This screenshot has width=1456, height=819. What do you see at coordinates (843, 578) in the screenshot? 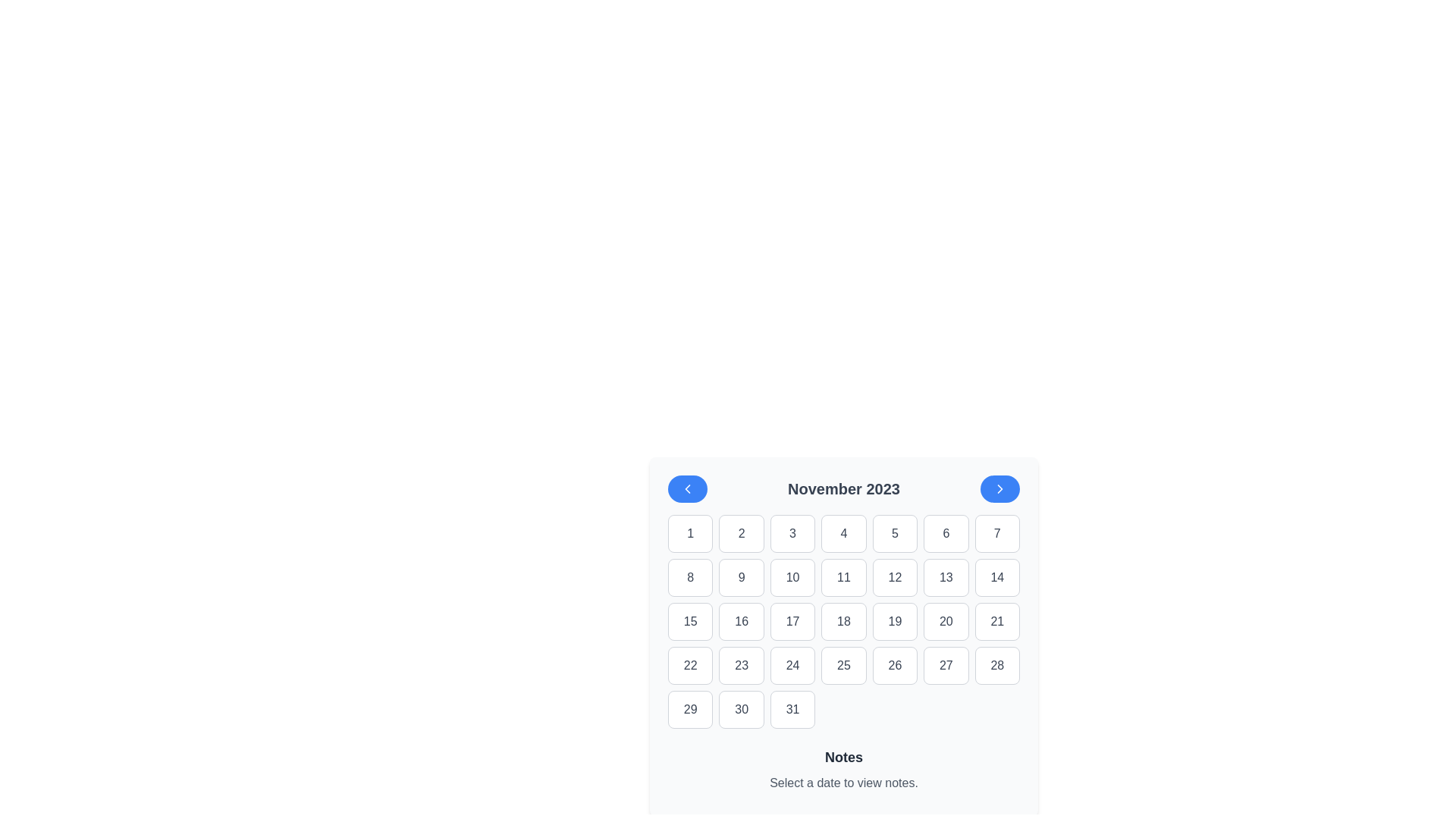
I see `the circular button with a white background and the text '11' in a gray font, located in the second row and fourth column of the calendar grid` at bounding box center [843, 578].